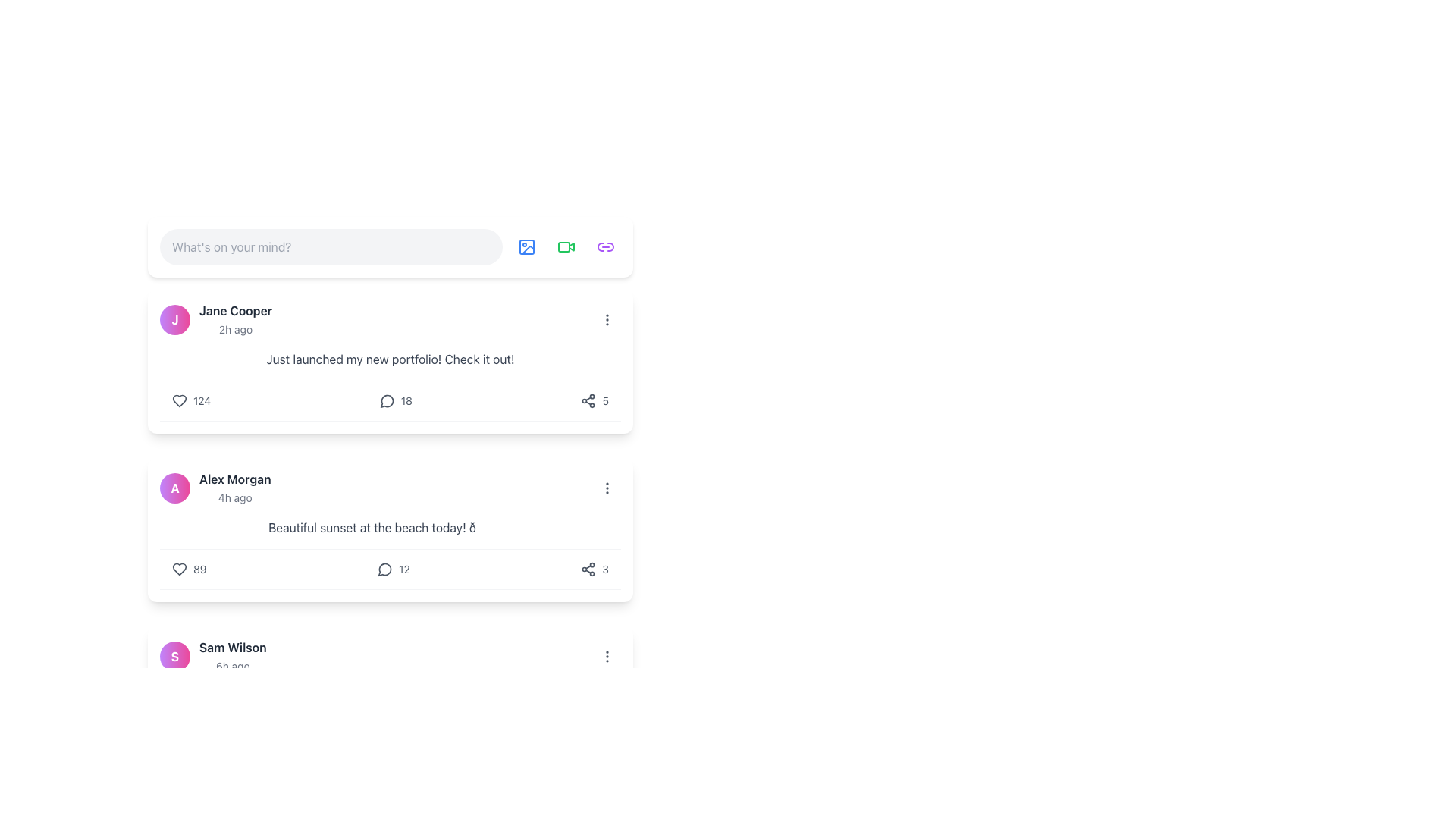 This screenshot has height=819, width=1456. I want to click on the circular button with a blue outline icon of an image featuring a mountain and sun pattern, located at the end of the input field labeled 'What's on your mind?', so click(527, 246).